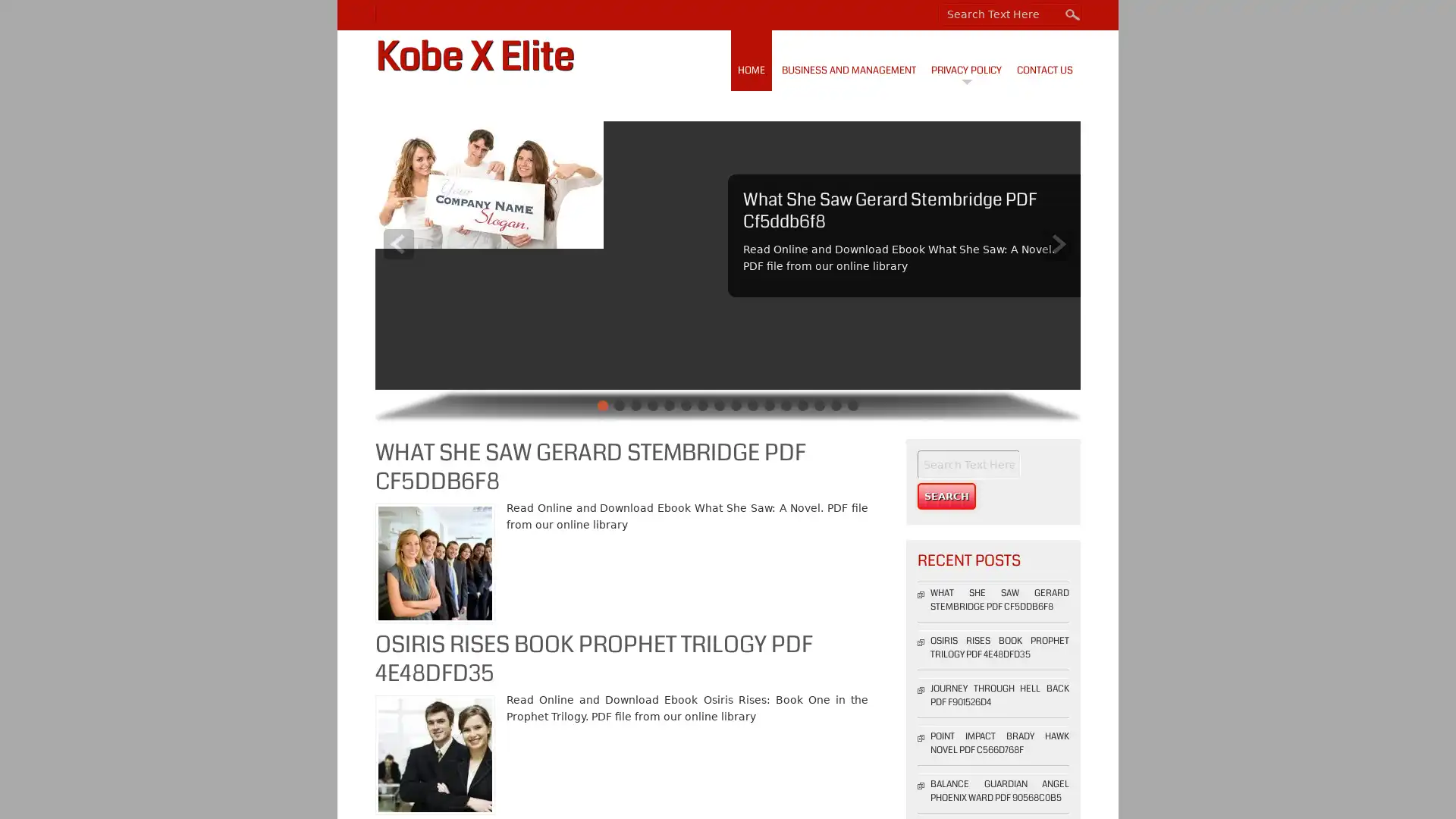 Image resolution: width=1456 pixels, height=819 pixels. I want to click on Search, so click(946, 496).